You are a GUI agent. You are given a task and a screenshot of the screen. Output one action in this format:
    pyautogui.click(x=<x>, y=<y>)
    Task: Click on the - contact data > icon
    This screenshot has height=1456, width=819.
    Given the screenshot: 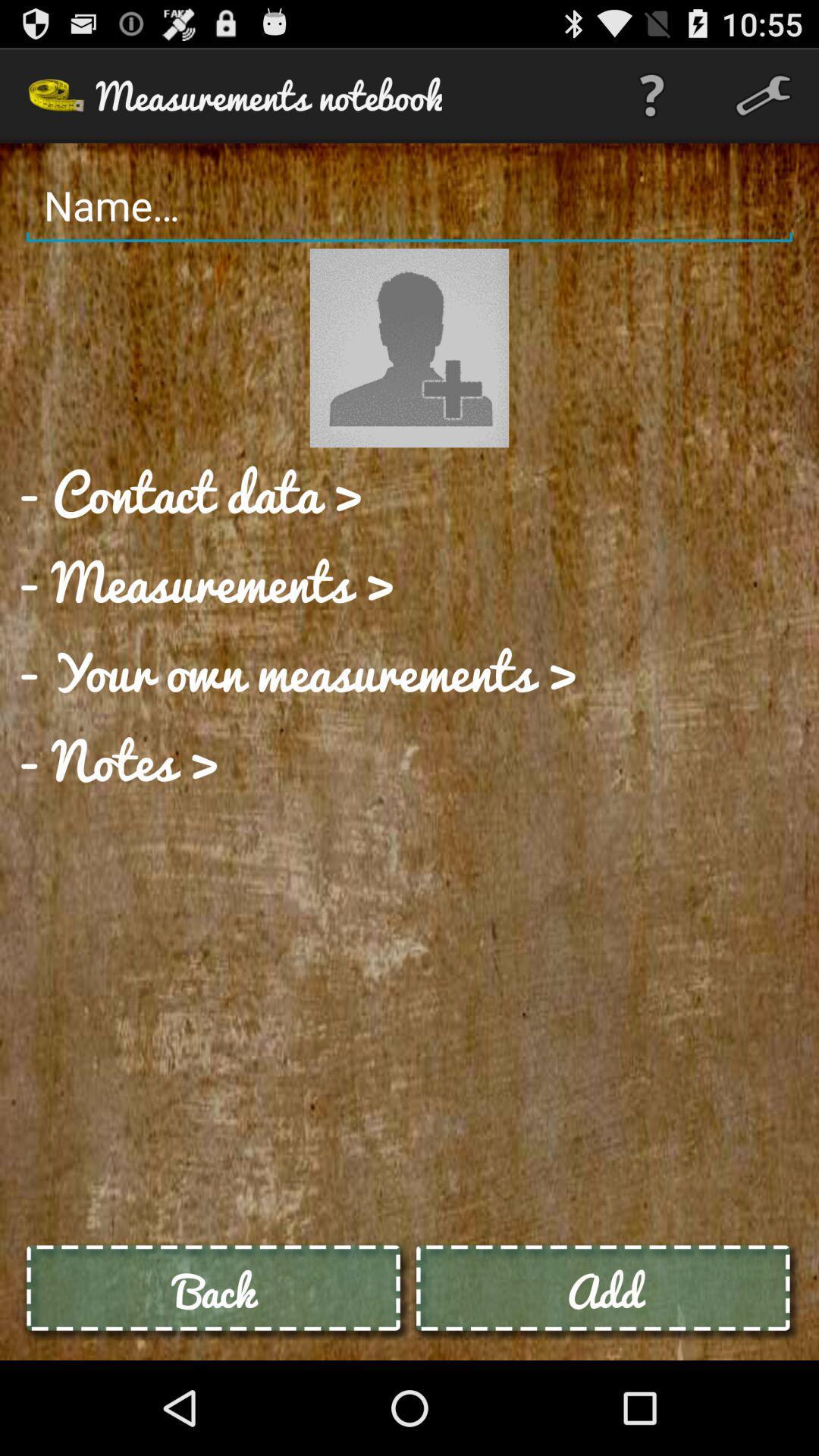 What is the action you would take?
    pyautogui.click(x=190, y=492)
    